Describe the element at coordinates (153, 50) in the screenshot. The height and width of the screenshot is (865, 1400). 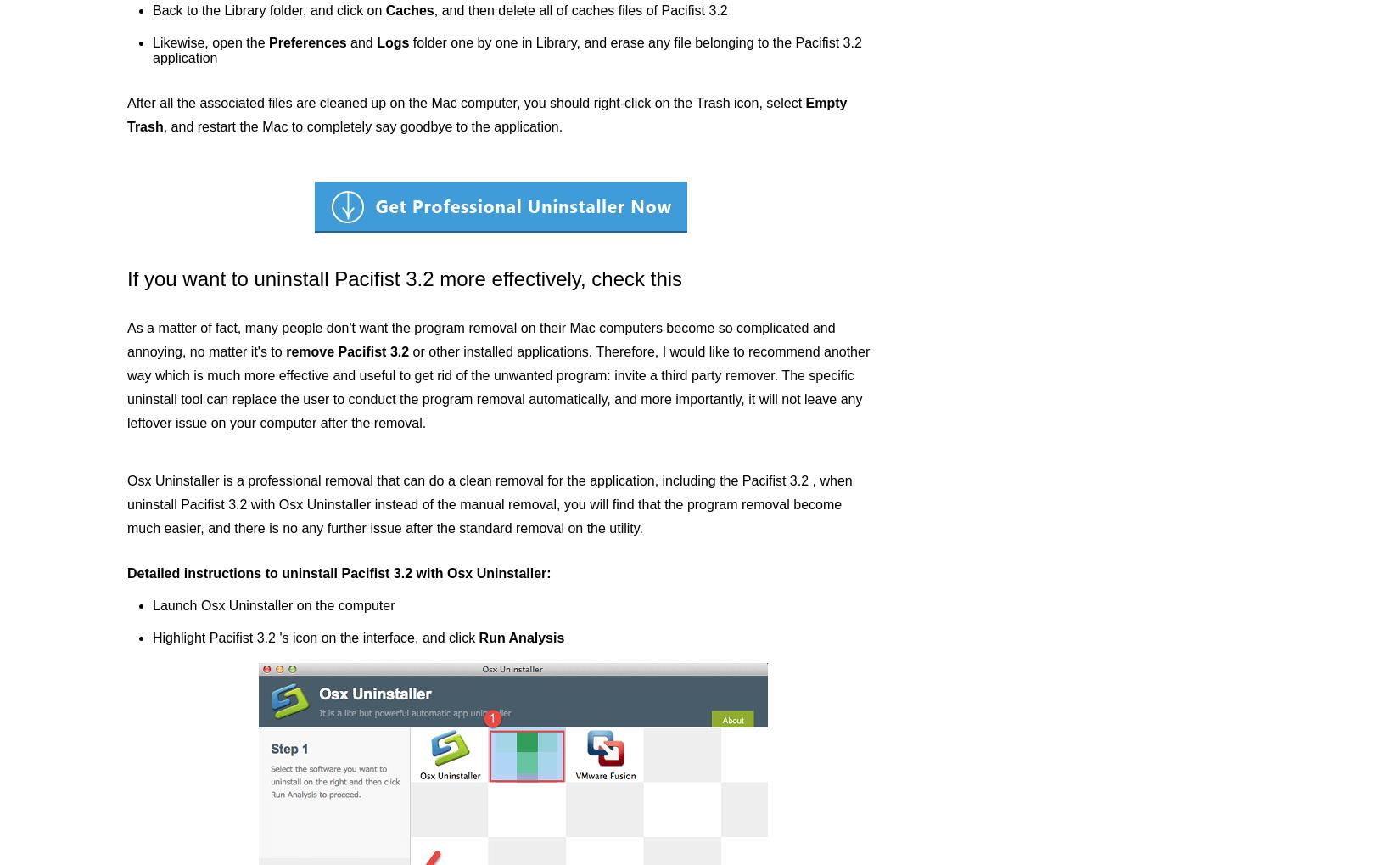
I see `'folder one by one in Library, and erase any file belonging to the Pacifist 3.2  application'` at that location.